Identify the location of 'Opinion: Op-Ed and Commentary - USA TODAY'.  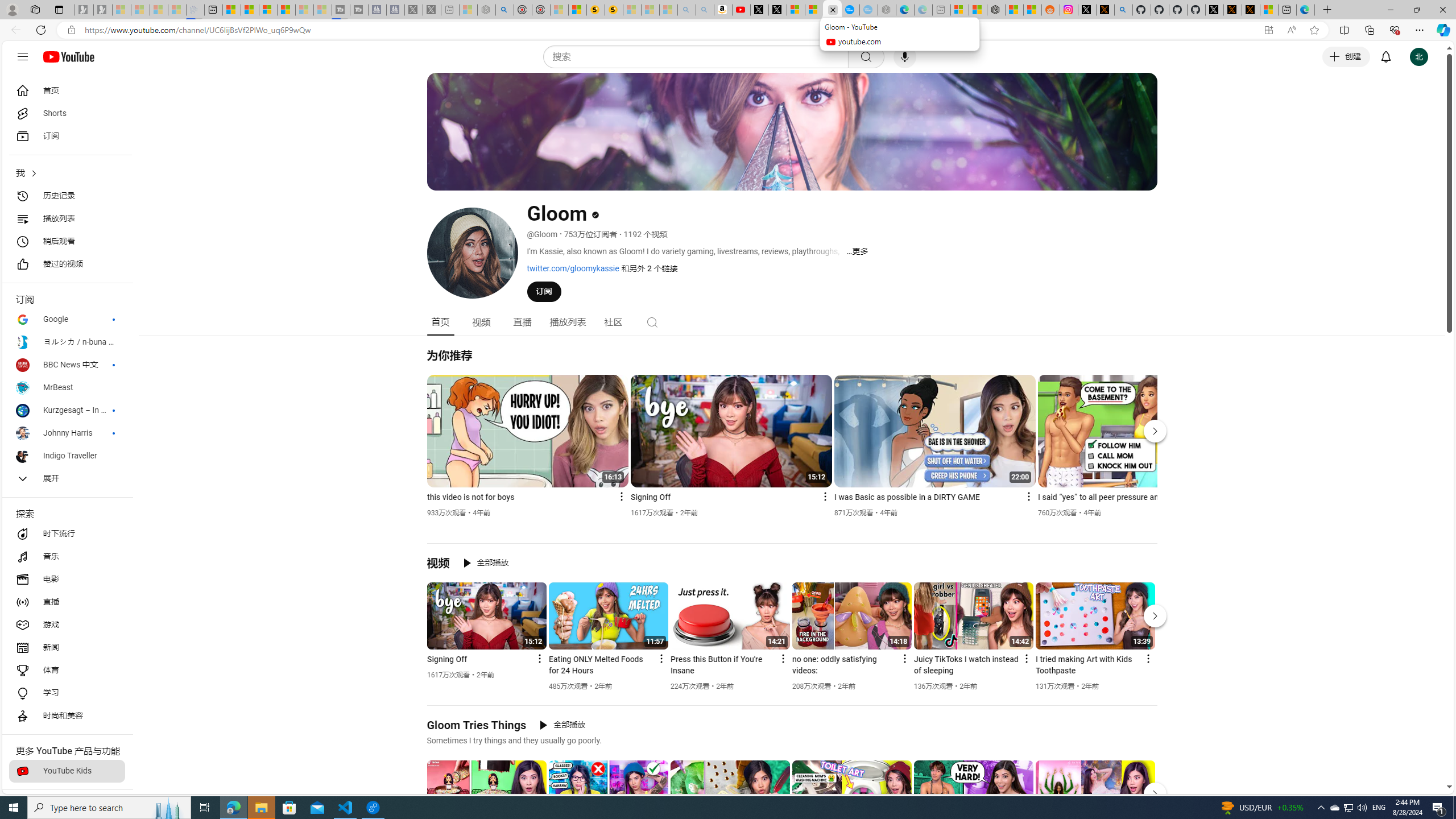
(851, 9).